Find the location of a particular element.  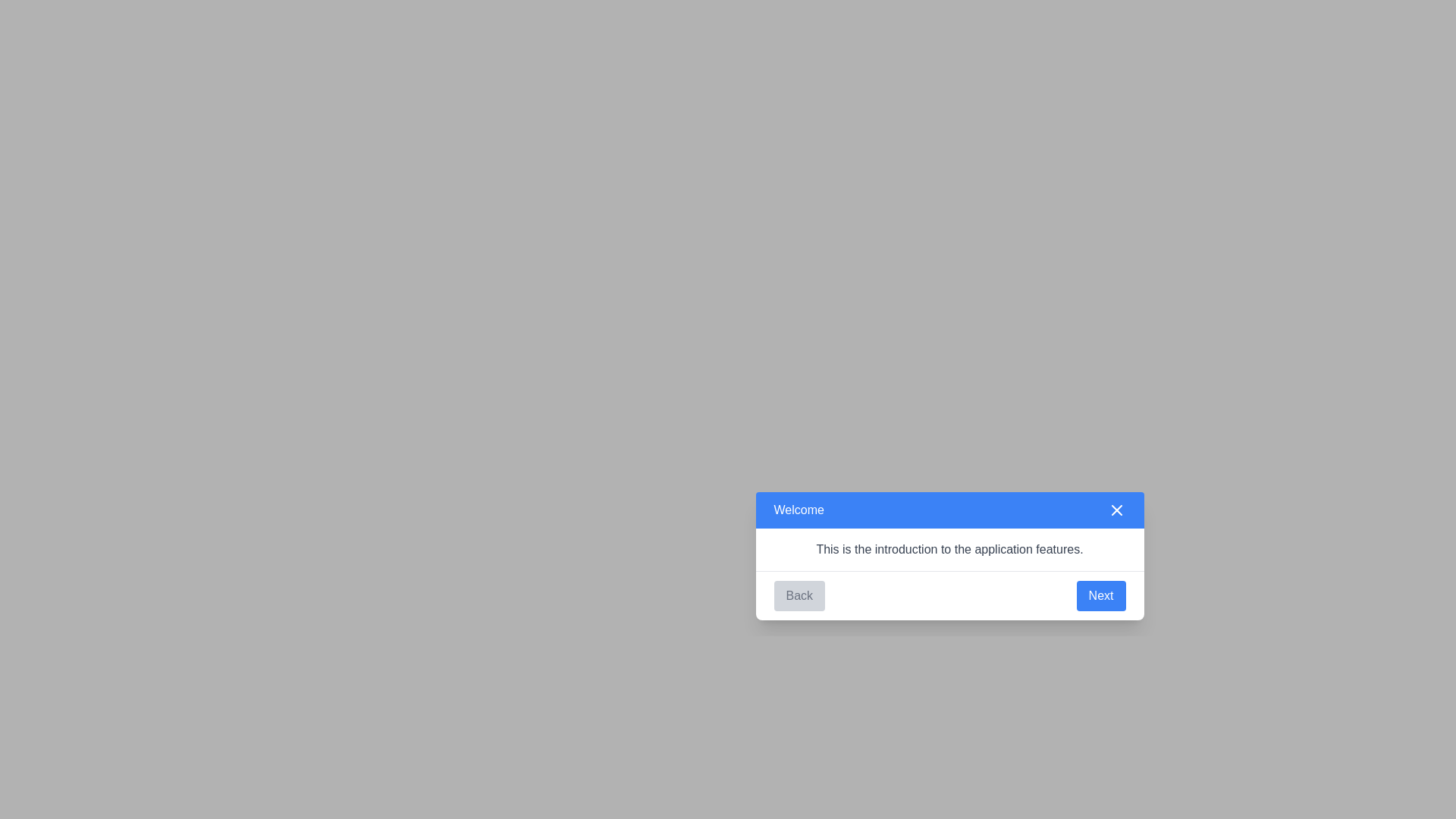

the close icon located in the upper-right corner of the header section is located at coordinates (1116, 510).